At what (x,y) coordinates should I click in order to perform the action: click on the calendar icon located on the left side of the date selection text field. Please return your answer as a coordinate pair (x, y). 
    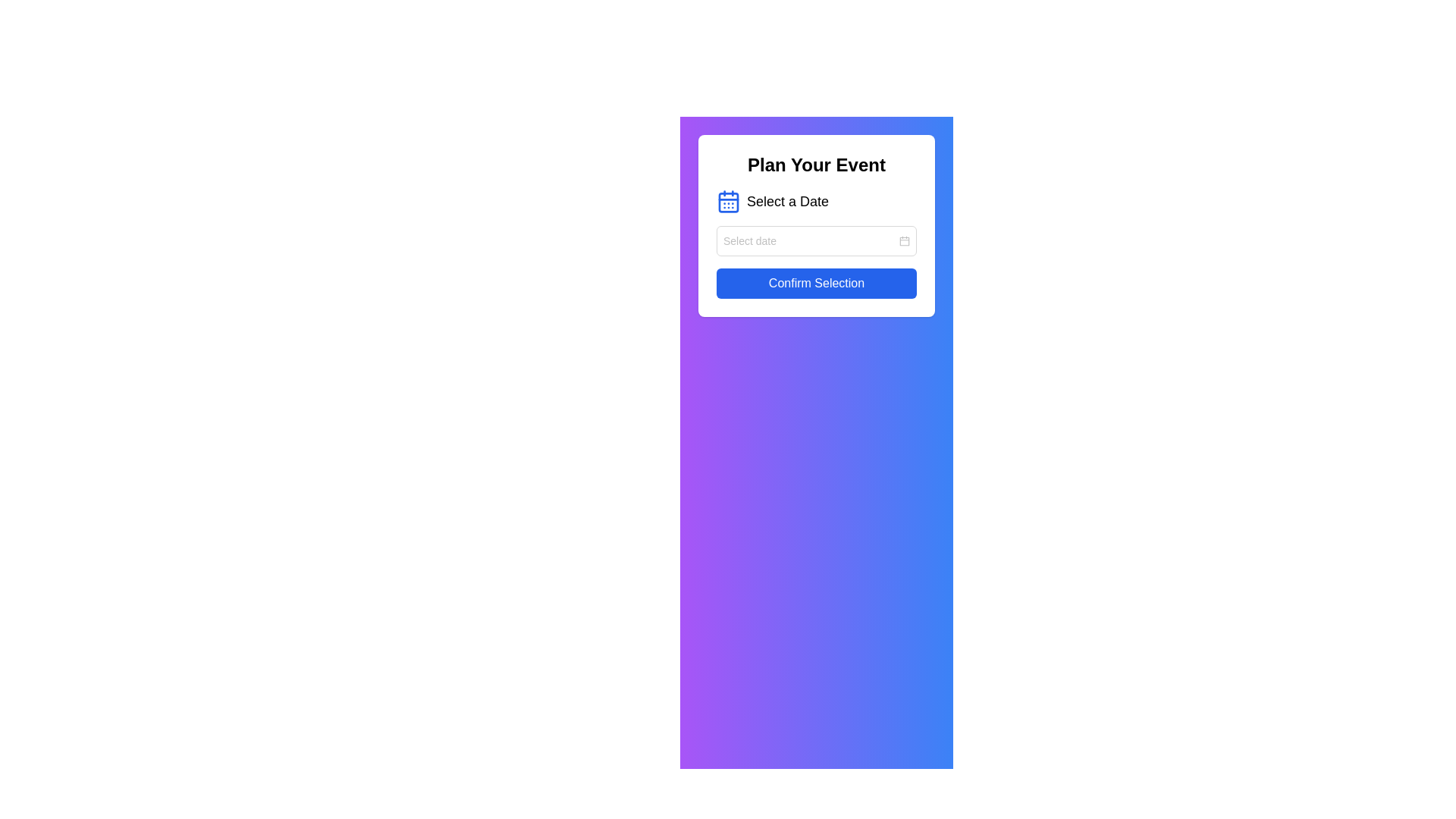
    Looking at the image, I should click on (905, 240).